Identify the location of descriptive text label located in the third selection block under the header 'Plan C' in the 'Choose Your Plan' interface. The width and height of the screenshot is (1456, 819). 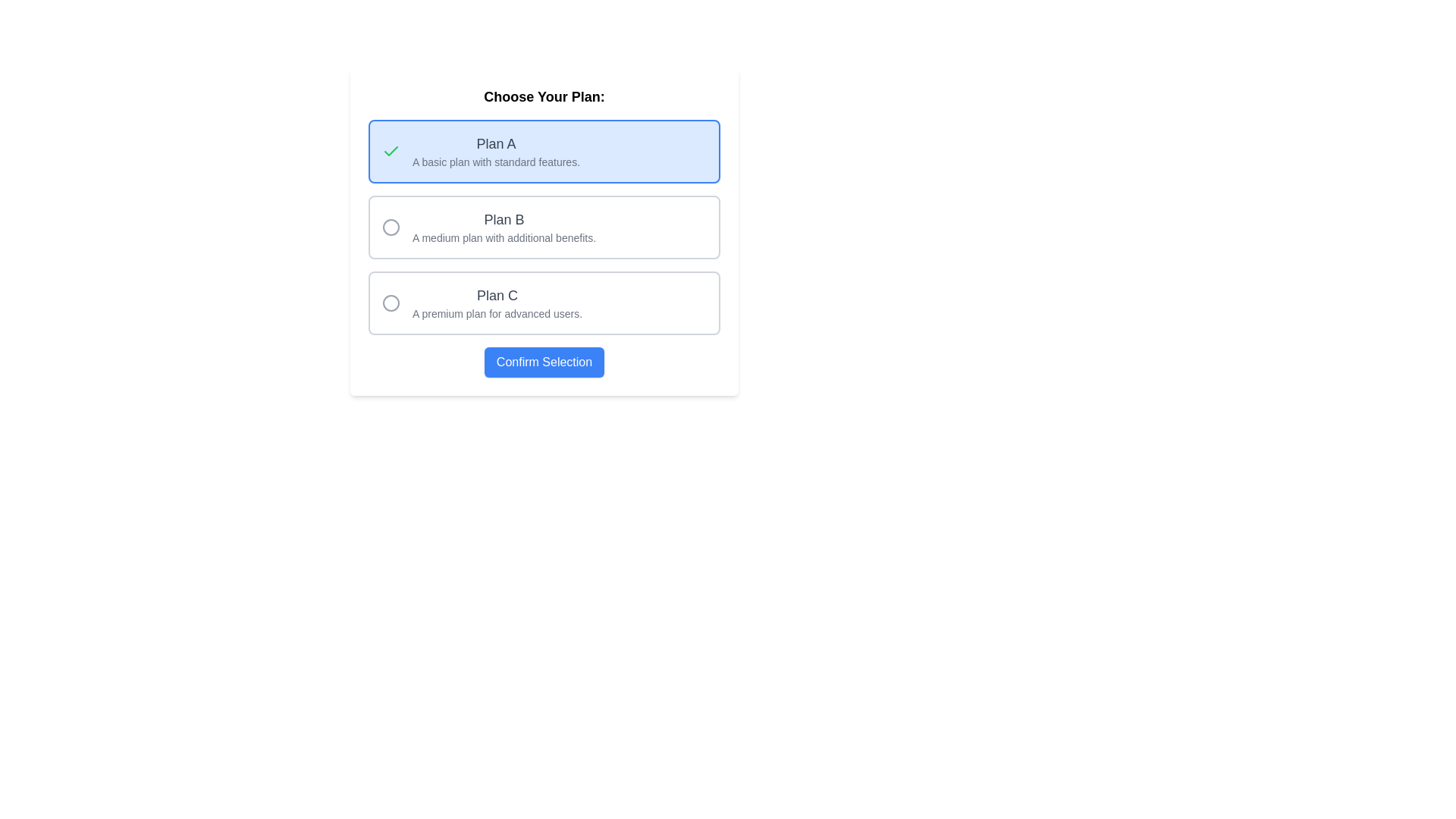
(497, 312).